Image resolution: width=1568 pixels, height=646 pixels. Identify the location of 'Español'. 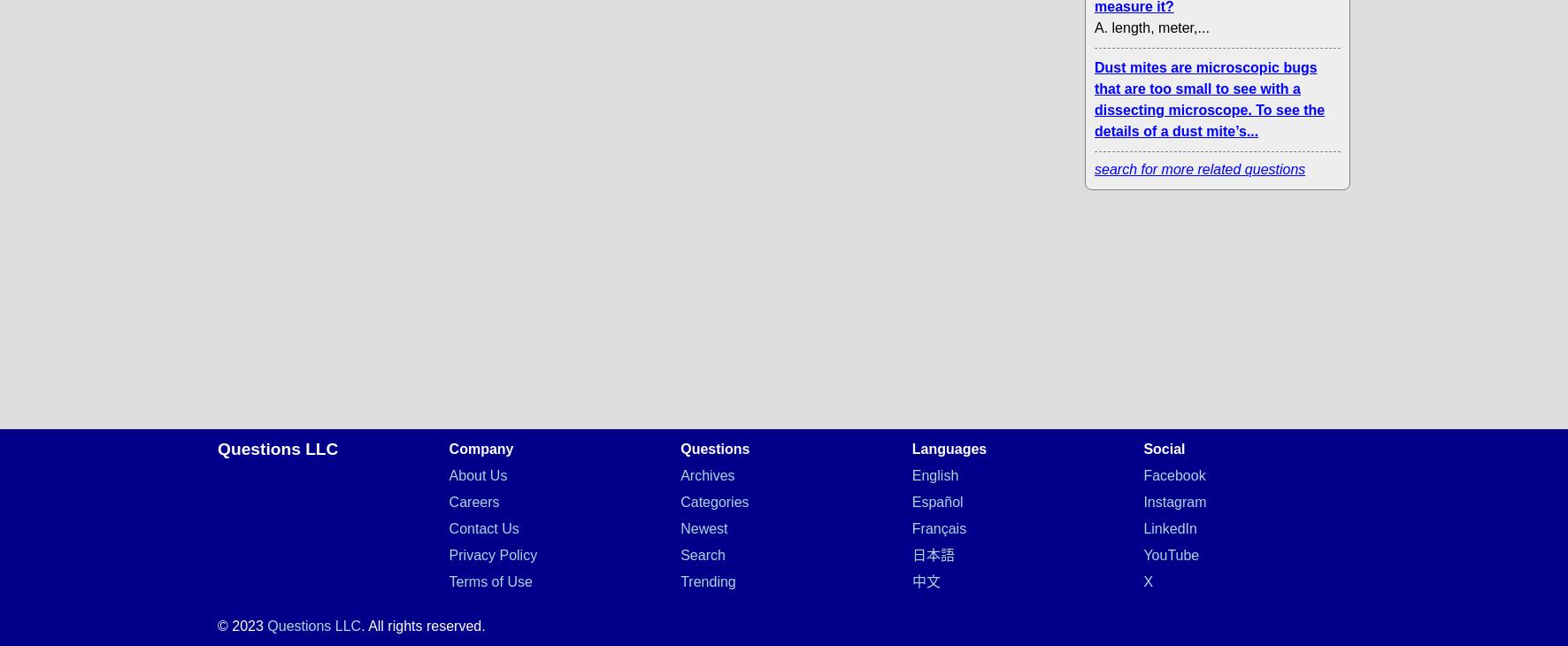
(936, 502).